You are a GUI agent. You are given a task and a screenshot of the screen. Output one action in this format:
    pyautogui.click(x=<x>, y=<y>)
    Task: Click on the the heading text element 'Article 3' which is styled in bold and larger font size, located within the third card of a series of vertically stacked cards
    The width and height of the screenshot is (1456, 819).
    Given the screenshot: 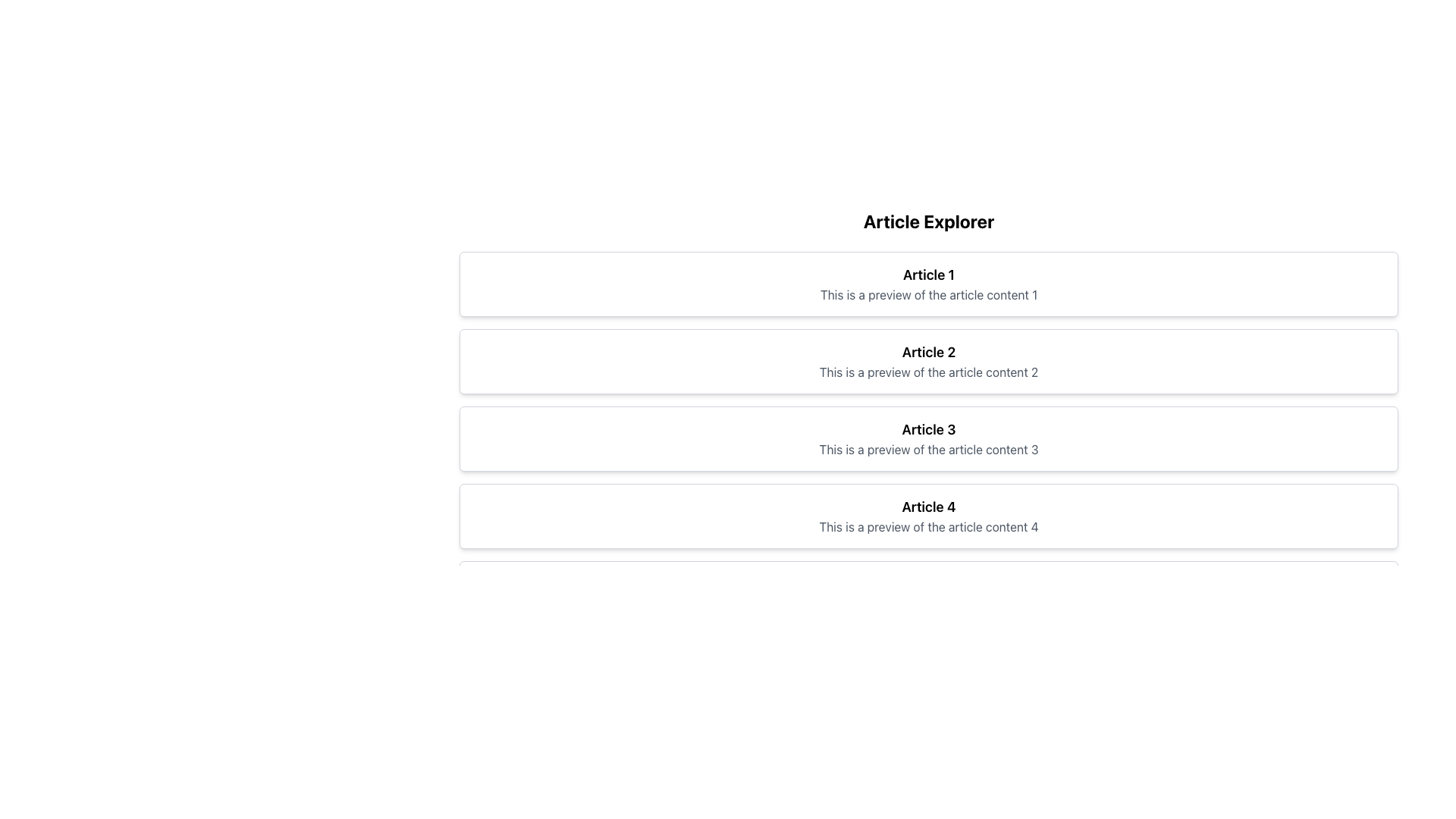 What is the action you would take?
    pyautogui.click(x=927, y=430)
    